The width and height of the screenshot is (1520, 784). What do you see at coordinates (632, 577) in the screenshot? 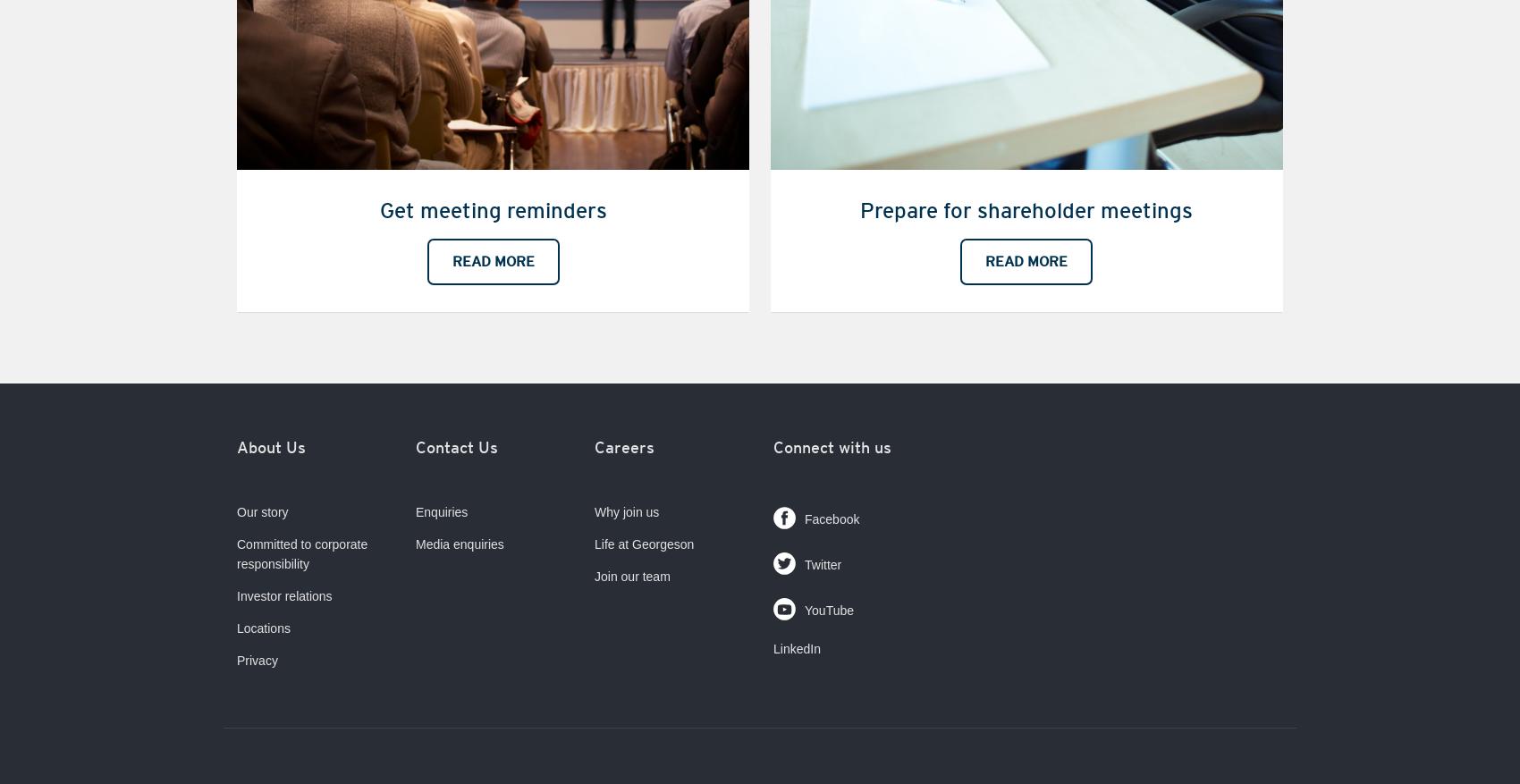
I see `'Join our team'` at bounding box center [632, 577].